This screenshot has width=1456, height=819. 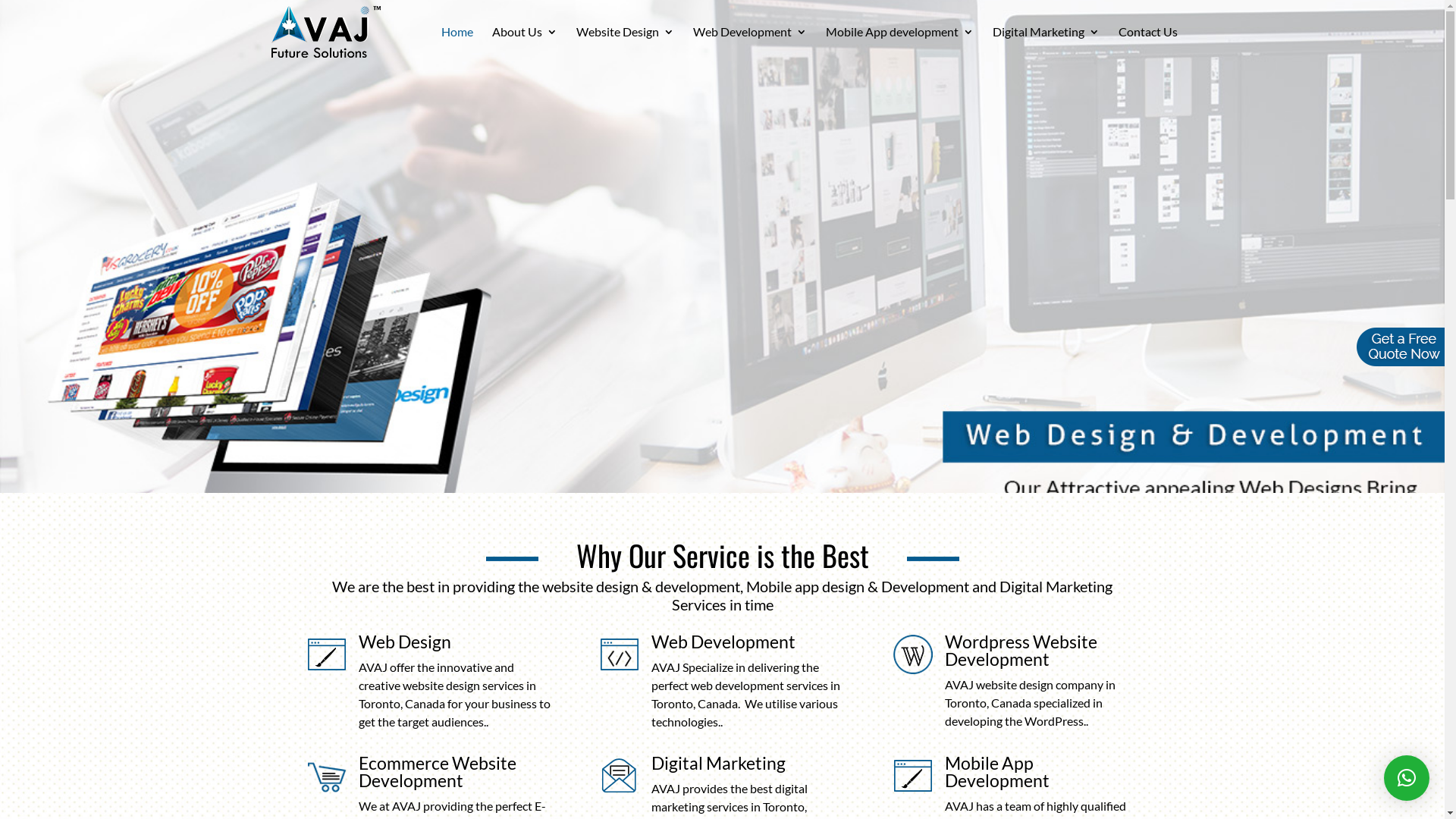 What do you see at coordinates (1044, 44) in the screenshot?
I see `'Digital Marketing'` at bounding box center [1044, 44].